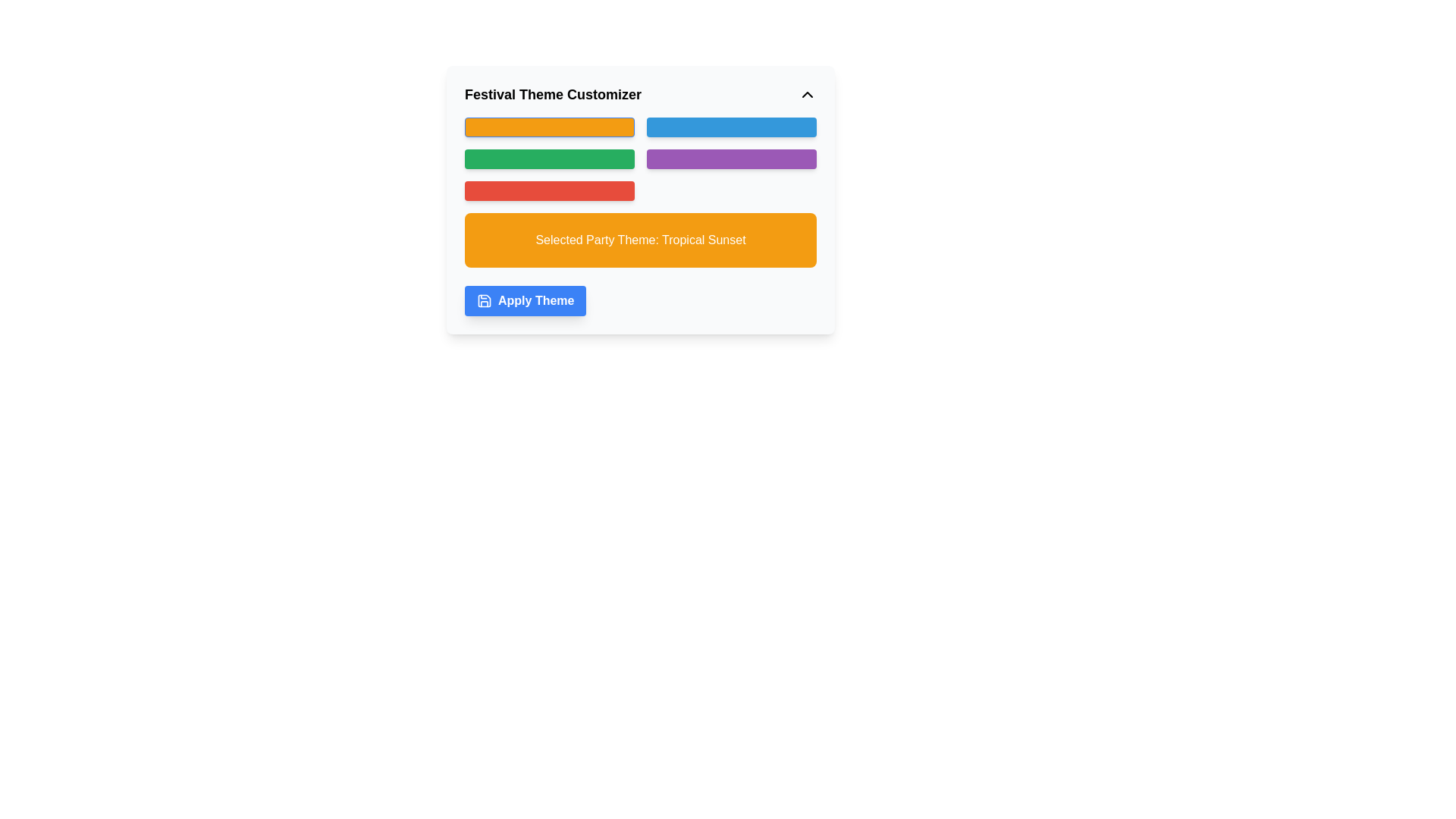  What do you see at coordinates (807, 94) in the screenshot?
I see `the Icon button located at the top-right corner of the 'Festival Theme Customizer' section` at bounding box center [807, 94].